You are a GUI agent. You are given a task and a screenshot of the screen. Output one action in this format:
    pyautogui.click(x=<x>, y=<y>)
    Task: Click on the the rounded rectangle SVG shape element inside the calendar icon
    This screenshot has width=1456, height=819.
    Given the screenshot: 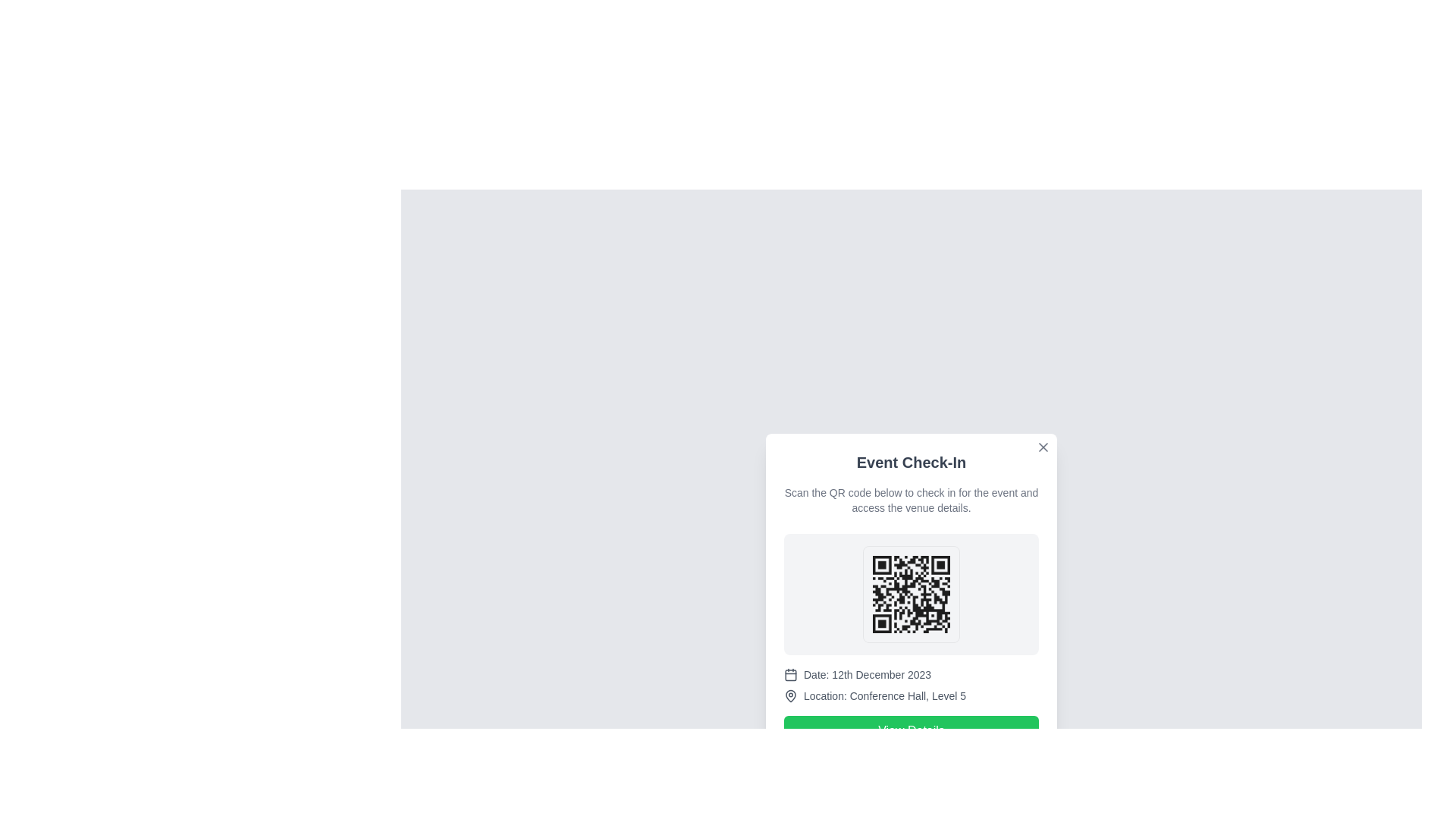 What is the action you would take?
    pyautogui.click(x=789, y=674)
    